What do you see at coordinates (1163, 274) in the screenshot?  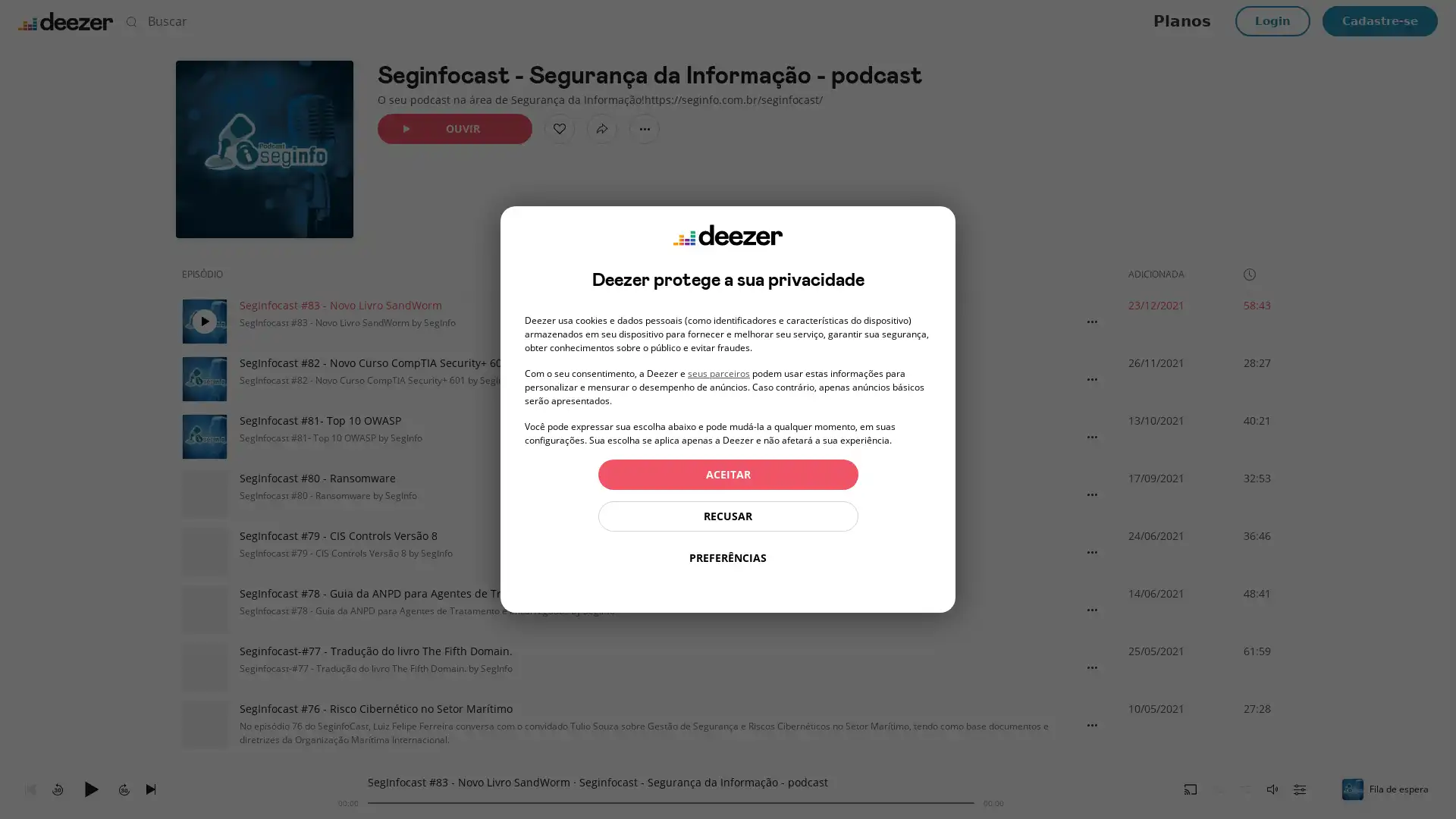 I see `ADICIONADA` at bounding box center [1163, 274].